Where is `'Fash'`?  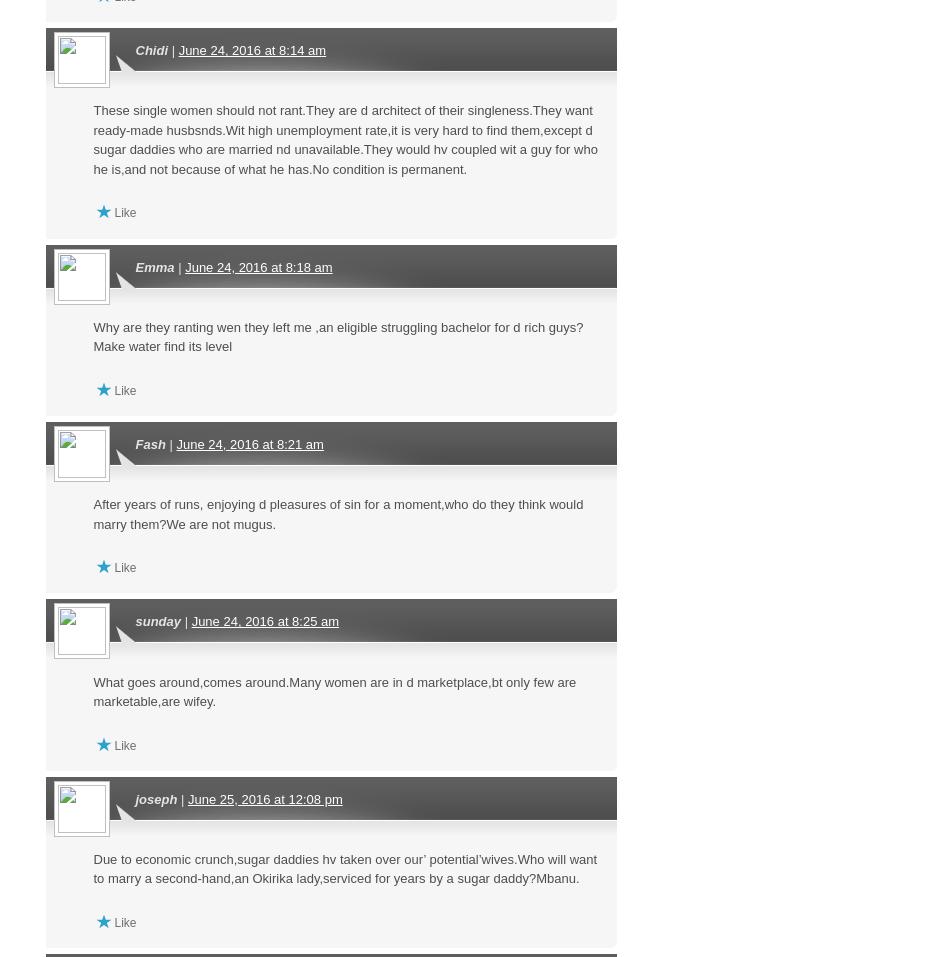 'Fash' is located at coordinates (149, 442).